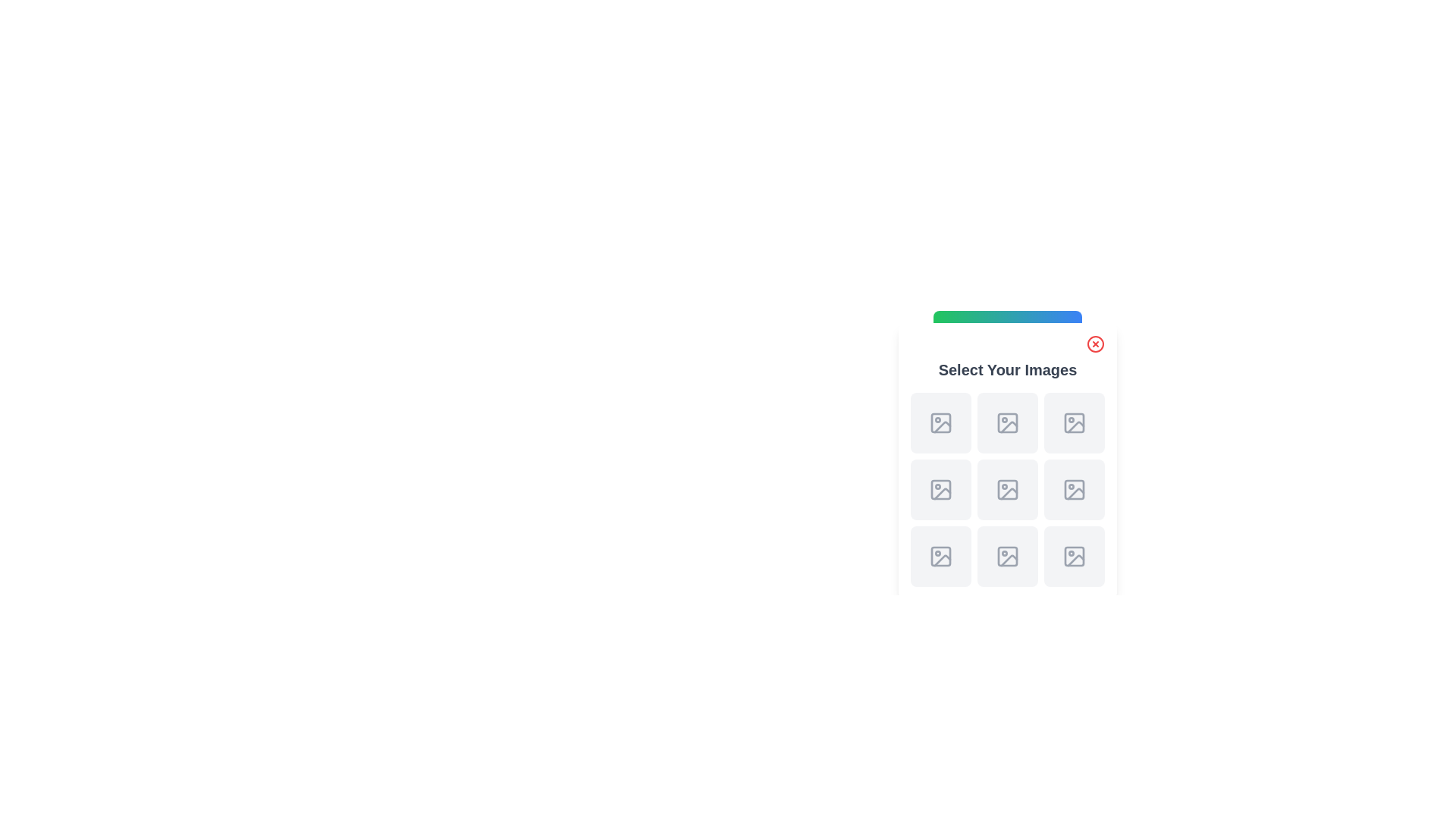 The image size is (1456, 819). What do you see at coordinates (1073, 556) in the screenshot?
I see `the third button in the last row of a 3x3 grid layout, which is used for selecting an image` at bounding box center [1073, 556].